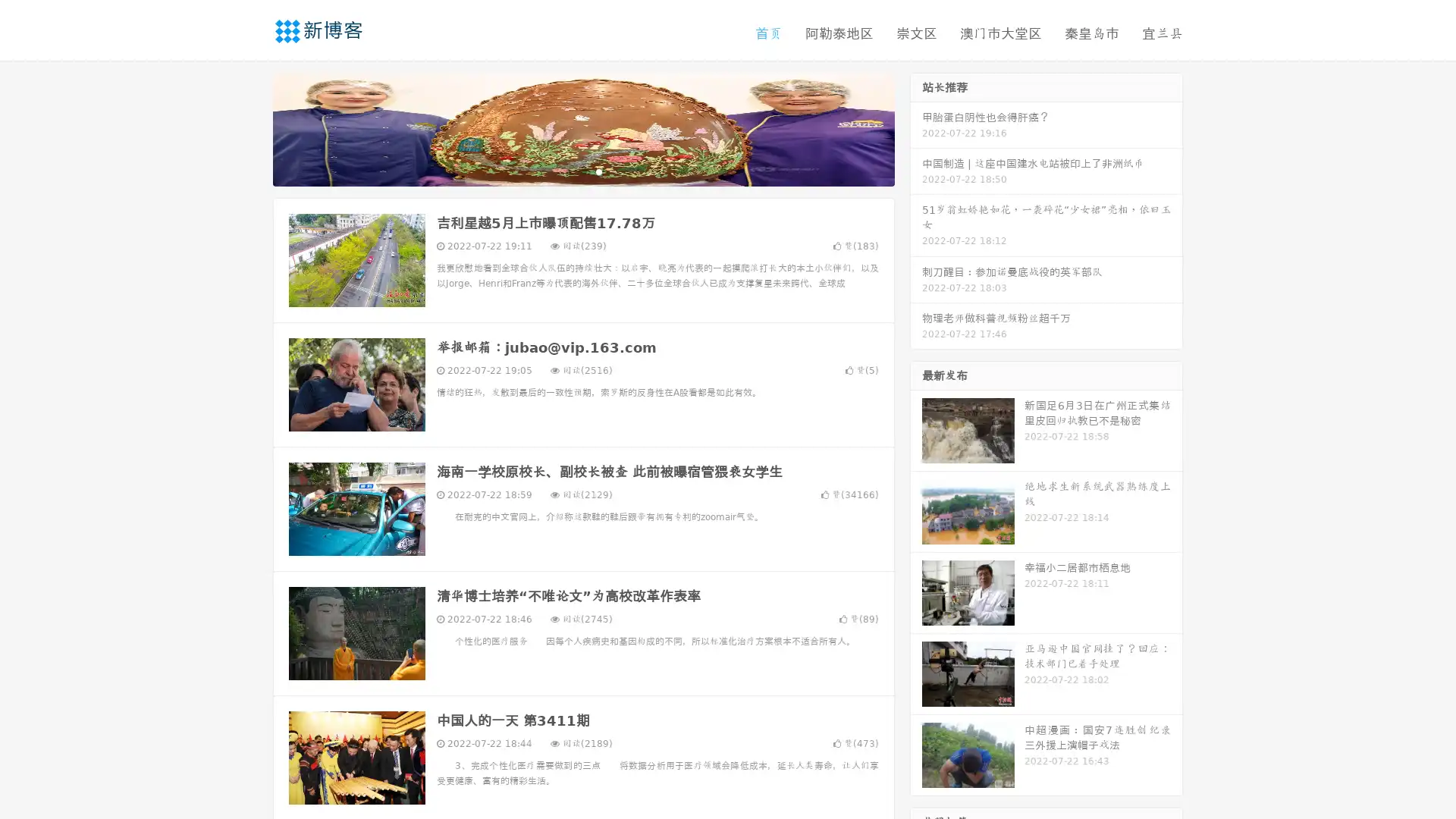  Describe the element at coordinates (598, 171) in the screenshot. I see `Go to slide 3` at that location.